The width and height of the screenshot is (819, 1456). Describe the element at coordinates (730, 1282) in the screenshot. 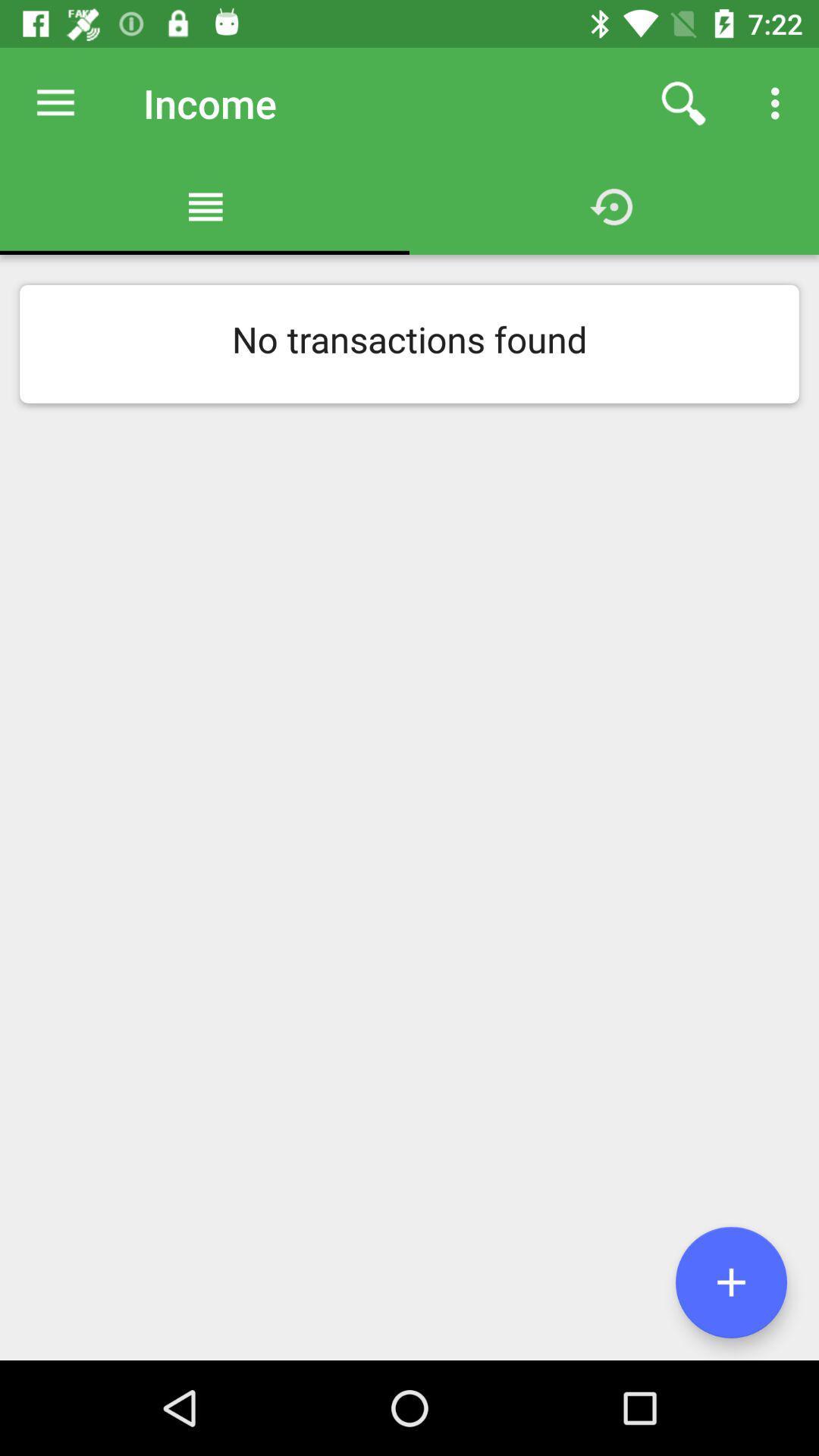

I see `more option` at that location.